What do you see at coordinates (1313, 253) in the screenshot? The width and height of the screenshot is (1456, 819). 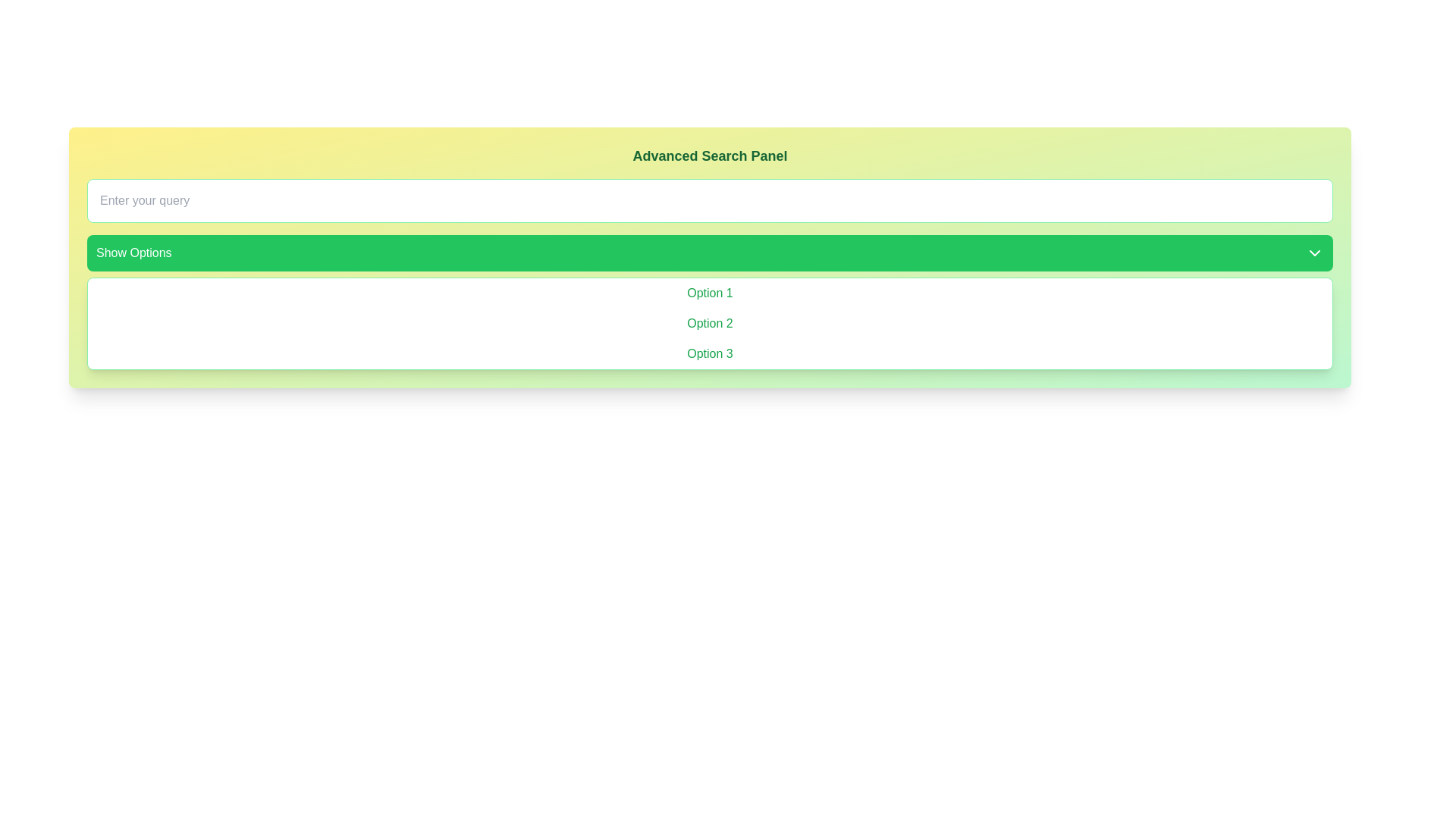 I see `the small downward-pointing chevron arrow icon located at the far right of the green button labeled 'Show Options'` at bounding box center [1313, 253].